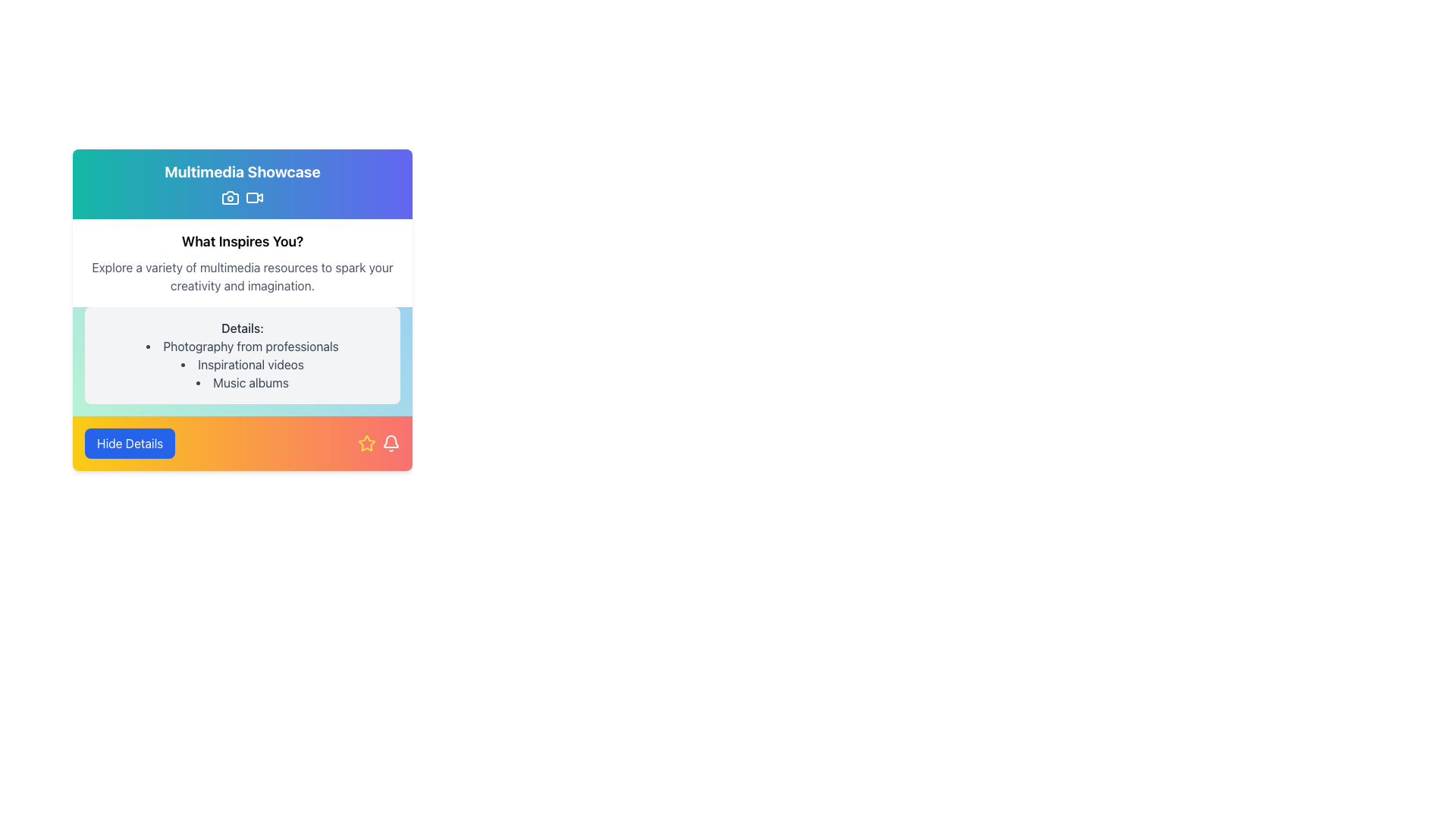  Describe the element at coordinates (367, 443) in the screenshot. I see `the interactive icon located at the bottom-right corner of the interface, which is part of a horizontal group of icons within the orange-red gradient area, positioned to the left of the bell icon` at that location.